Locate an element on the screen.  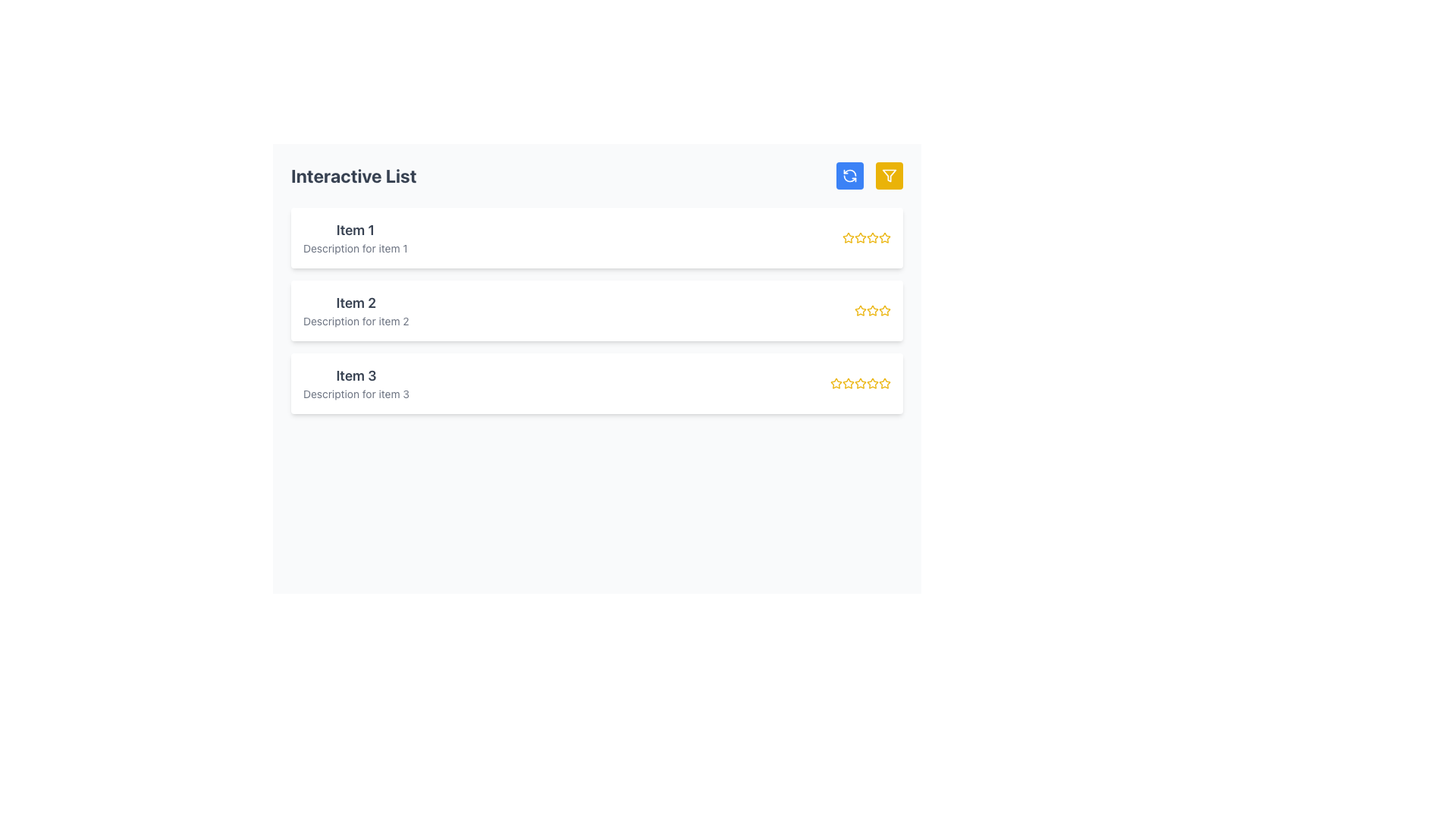
the yellow star outline rating icon located in the fourth slot of the rating component, positioned on the right side of Item 3 is located at coordinates (860, 382).